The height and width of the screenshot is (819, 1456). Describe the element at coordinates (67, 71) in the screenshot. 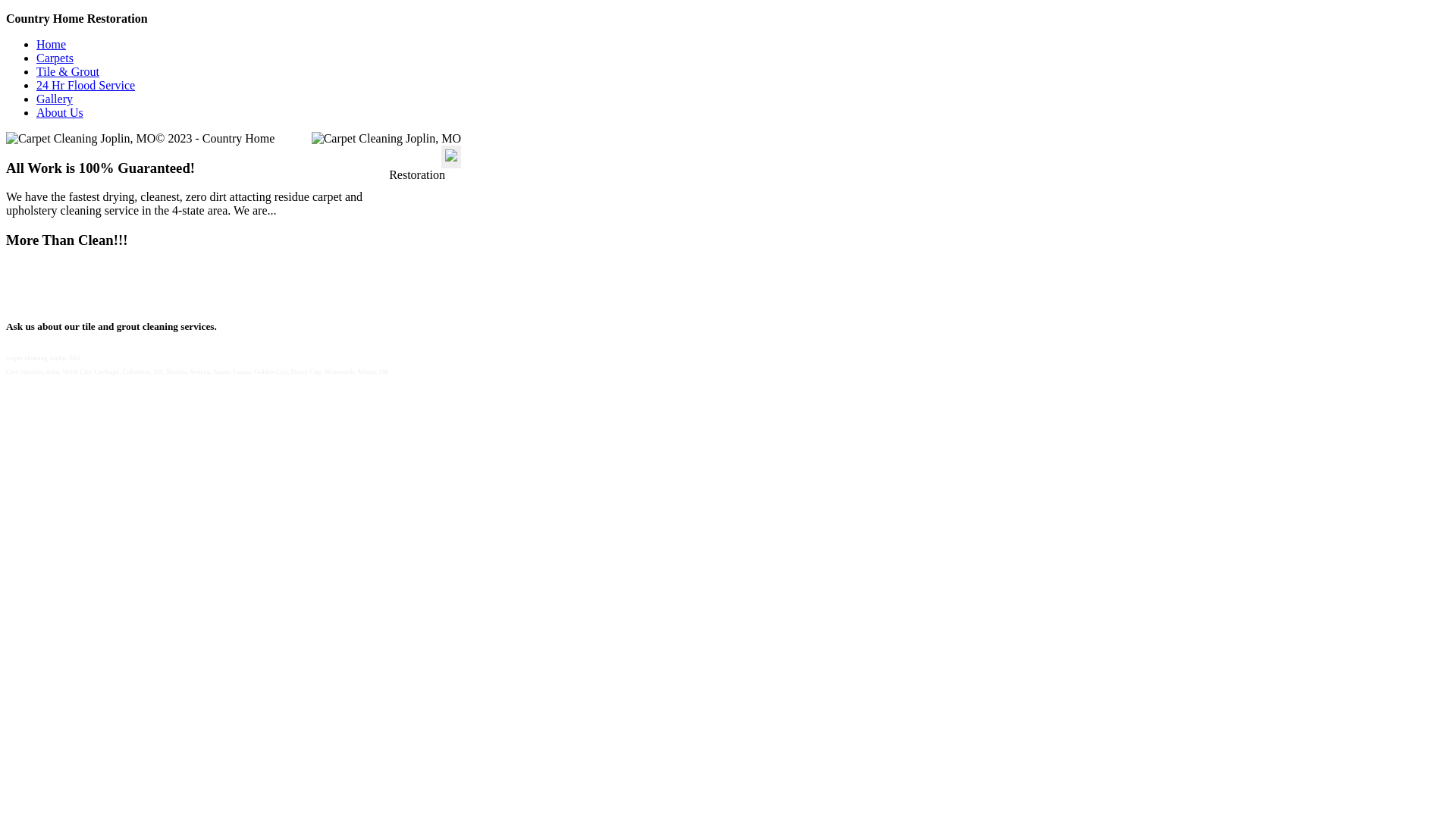

I see `'Tile & Grout'` at that location.